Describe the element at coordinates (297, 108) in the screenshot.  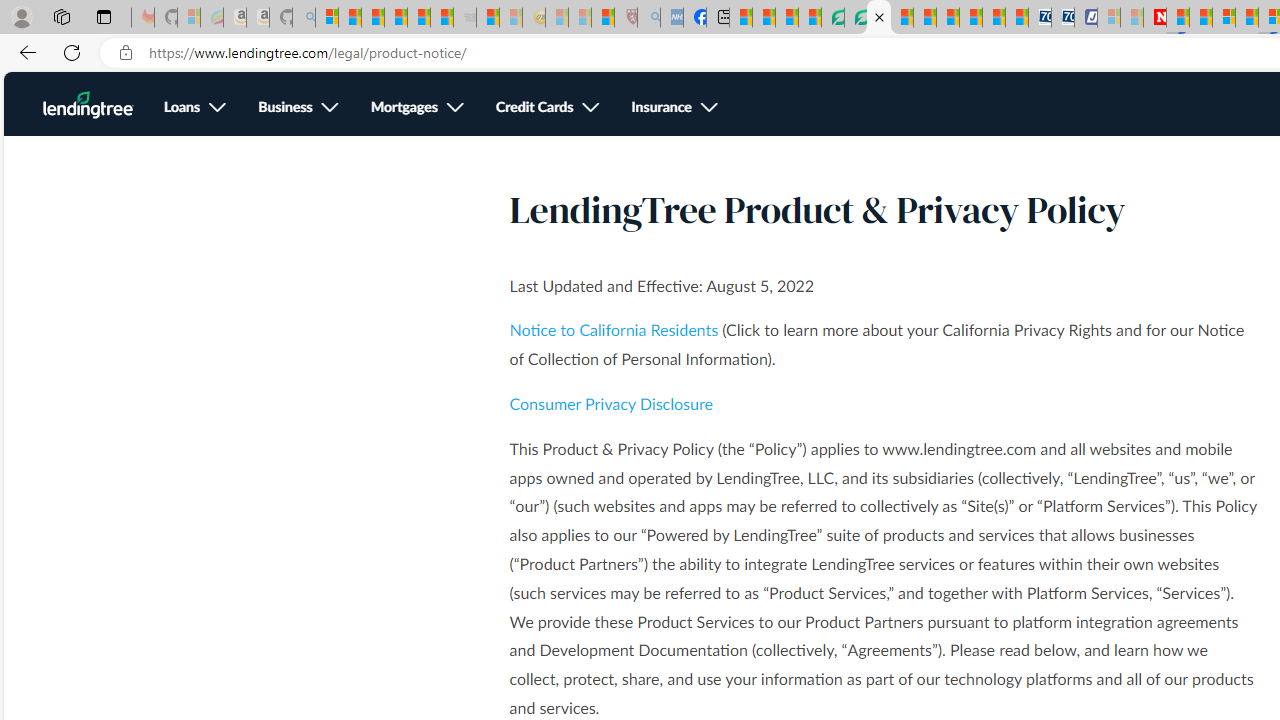
I see `'Business, see more'` at that location.